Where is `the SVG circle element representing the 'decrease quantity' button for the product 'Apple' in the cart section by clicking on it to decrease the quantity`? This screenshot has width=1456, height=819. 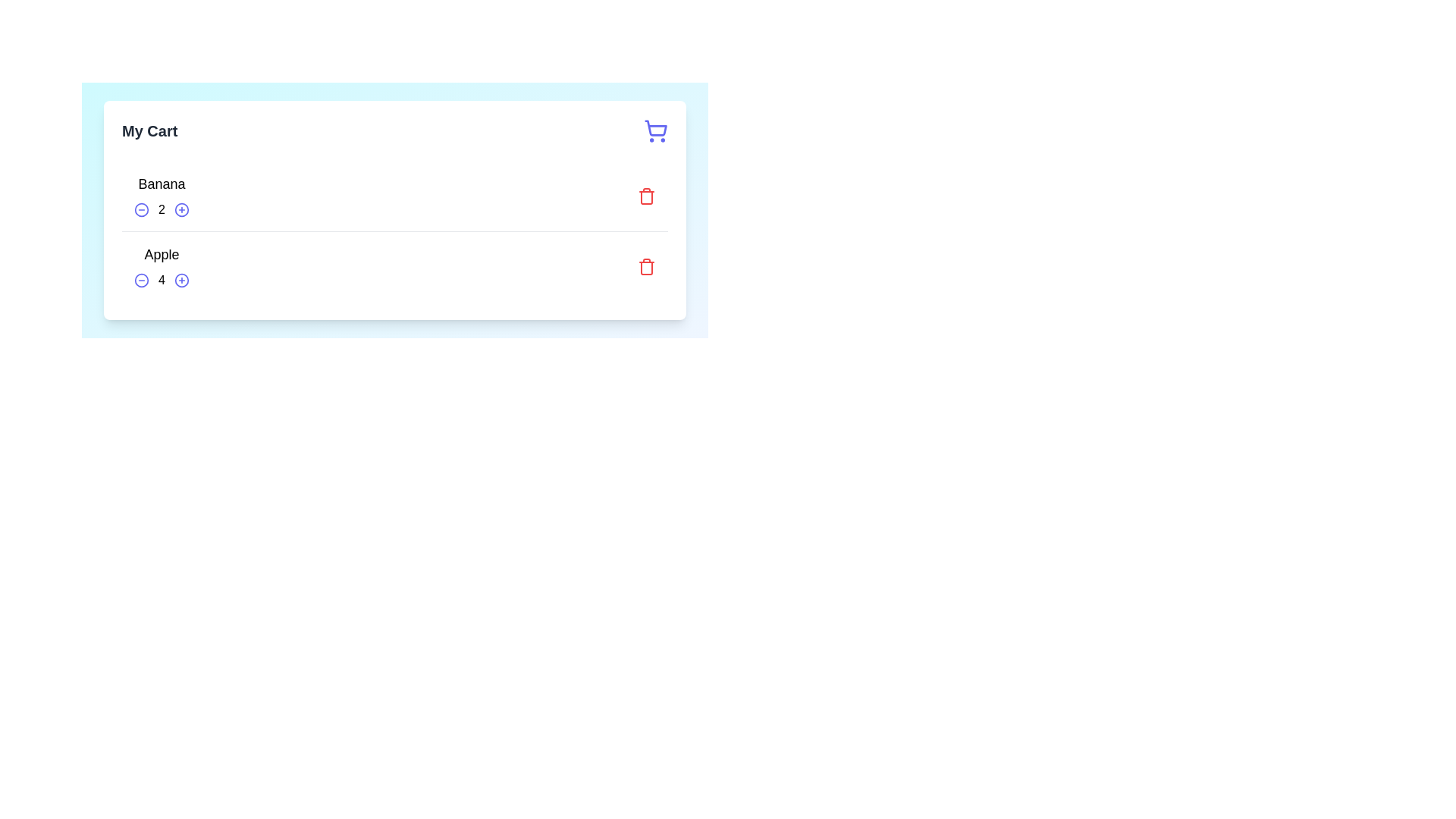
the SVG circle element representing the 'decrease quantity' button for the product 'Apple' in the cart section by clicking on it to decrease the quantity is located at coordinates (142, 281).